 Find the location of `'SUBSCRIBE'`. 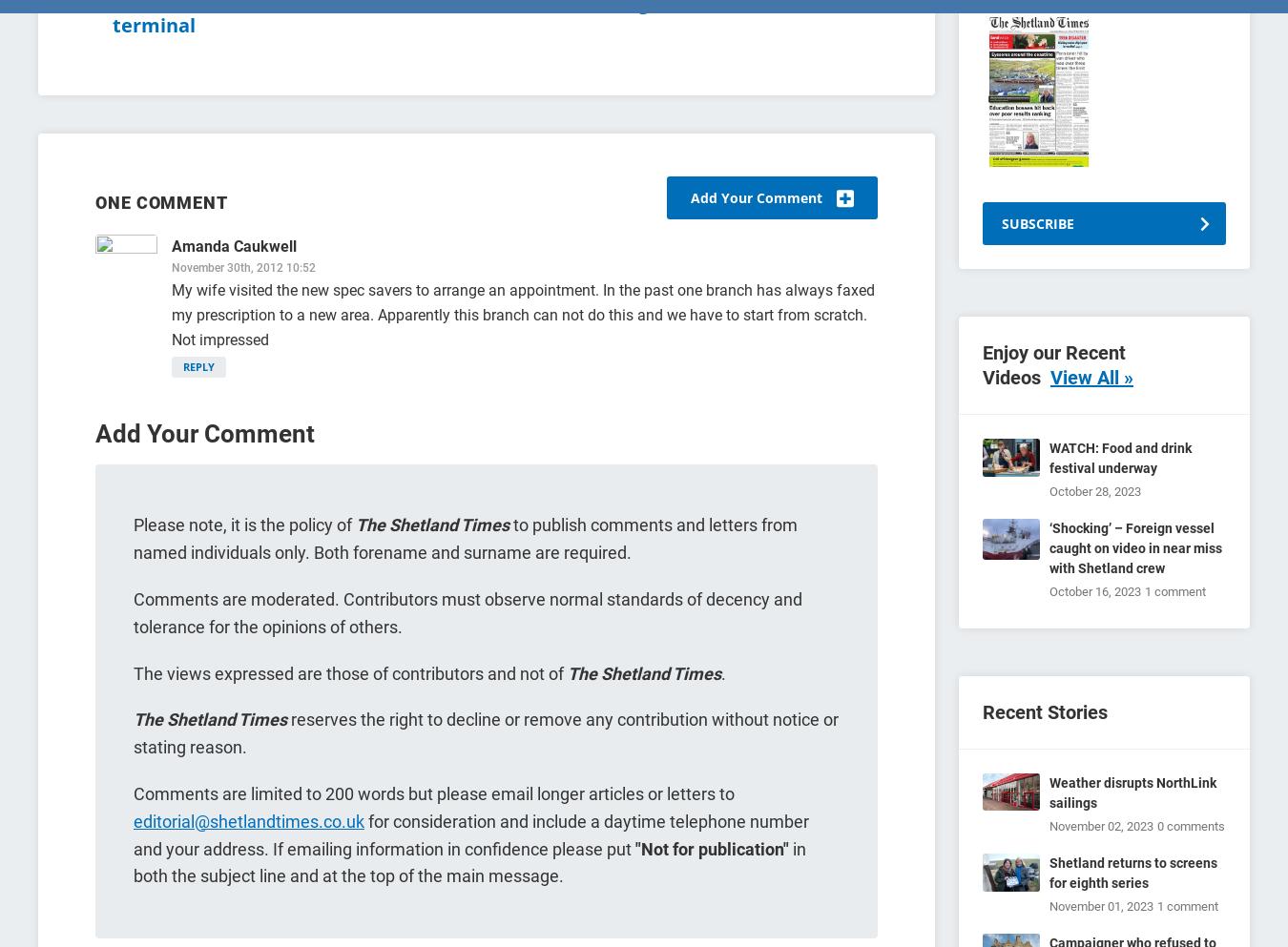

'SUBSCRIBE' is located at coordinates (1037, 222).